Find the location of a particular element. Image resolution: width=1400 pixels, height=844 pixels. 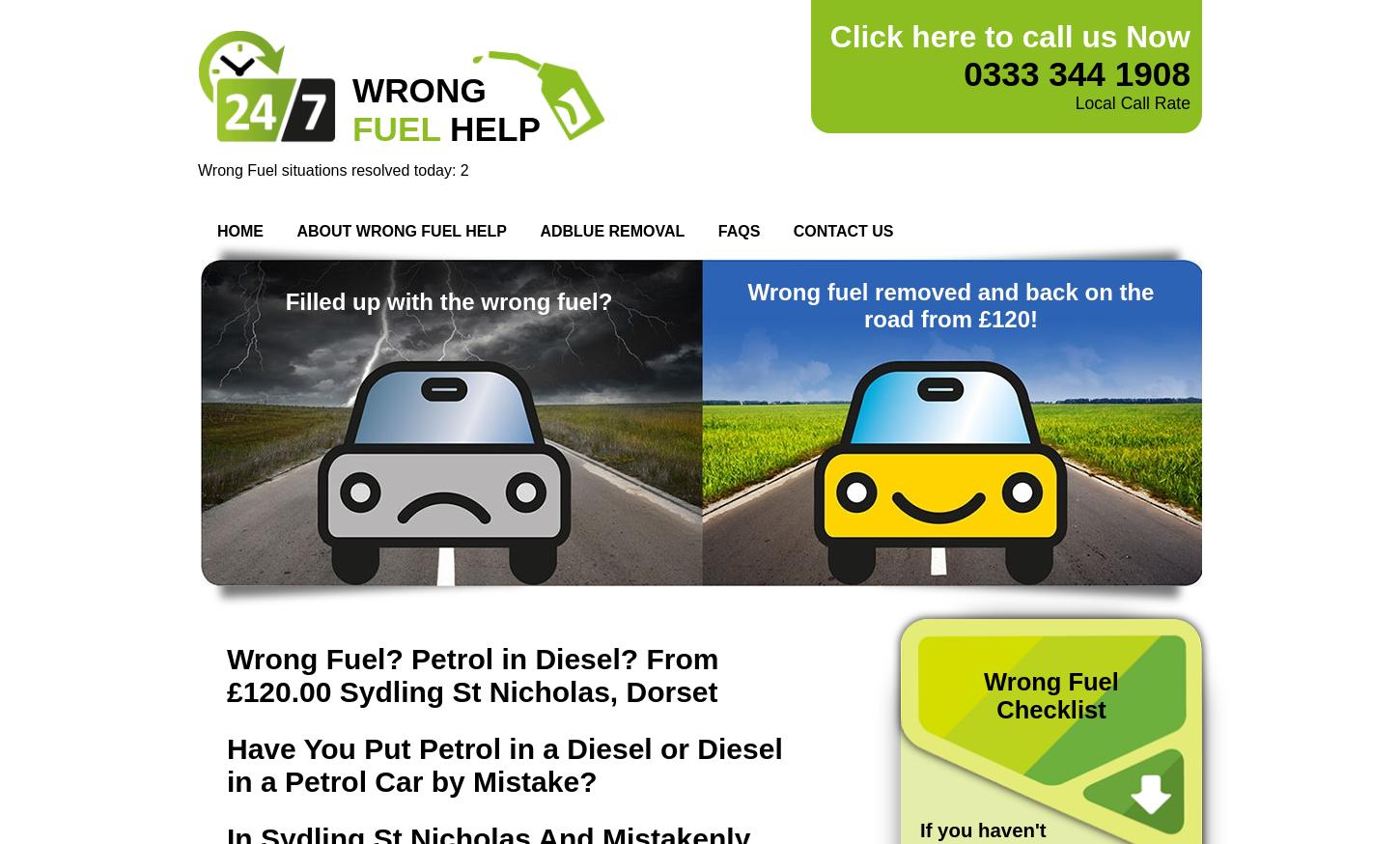

'Click here to call us Now' is located at coordinates (1010, 36).